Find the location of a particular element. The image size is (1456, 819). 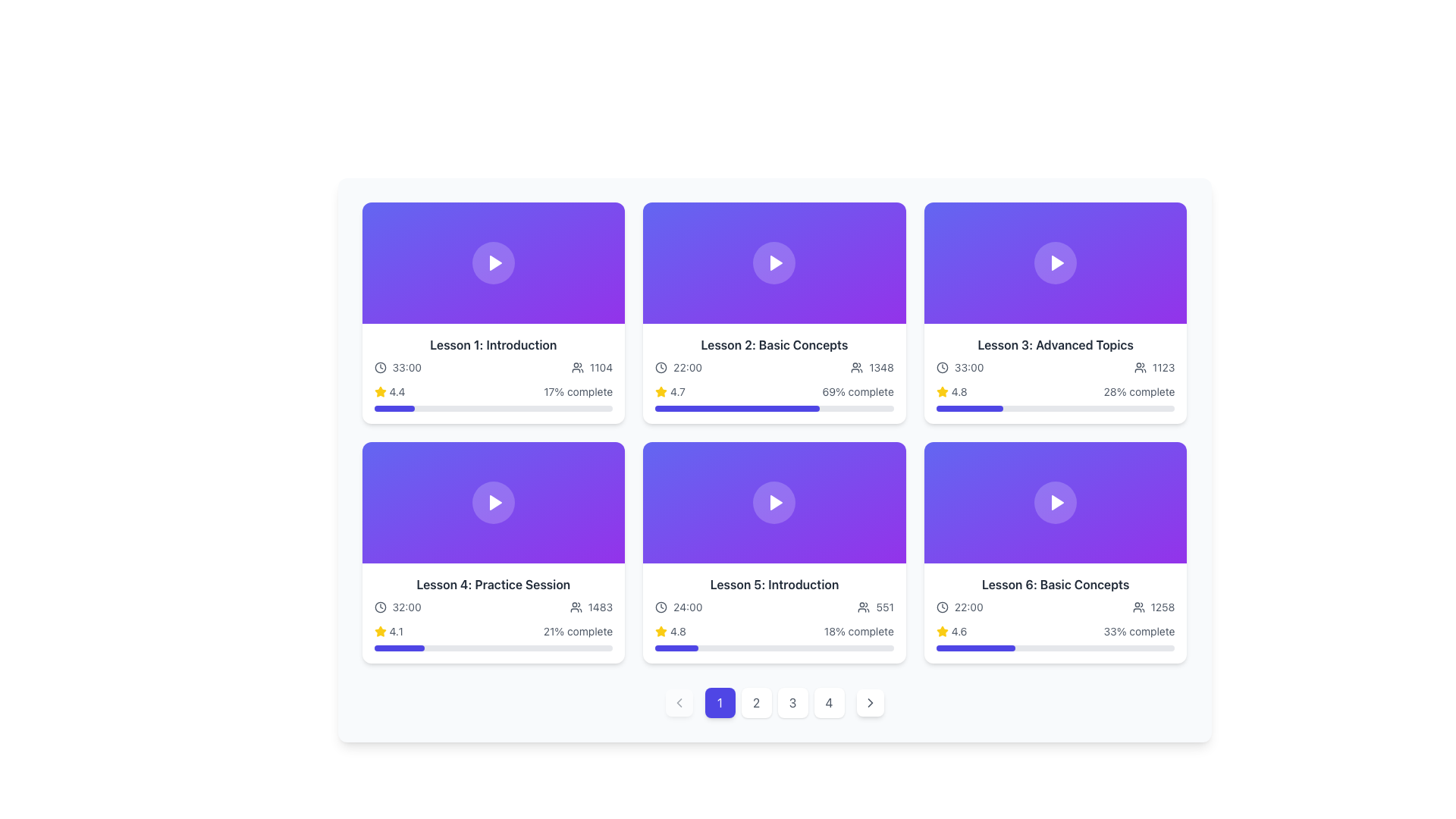

the rating value displayed as '4.8' in gray color, located in the card for 'Lesson 5: Introduction', near the star rating indicator is located at coordinates (959, 391).